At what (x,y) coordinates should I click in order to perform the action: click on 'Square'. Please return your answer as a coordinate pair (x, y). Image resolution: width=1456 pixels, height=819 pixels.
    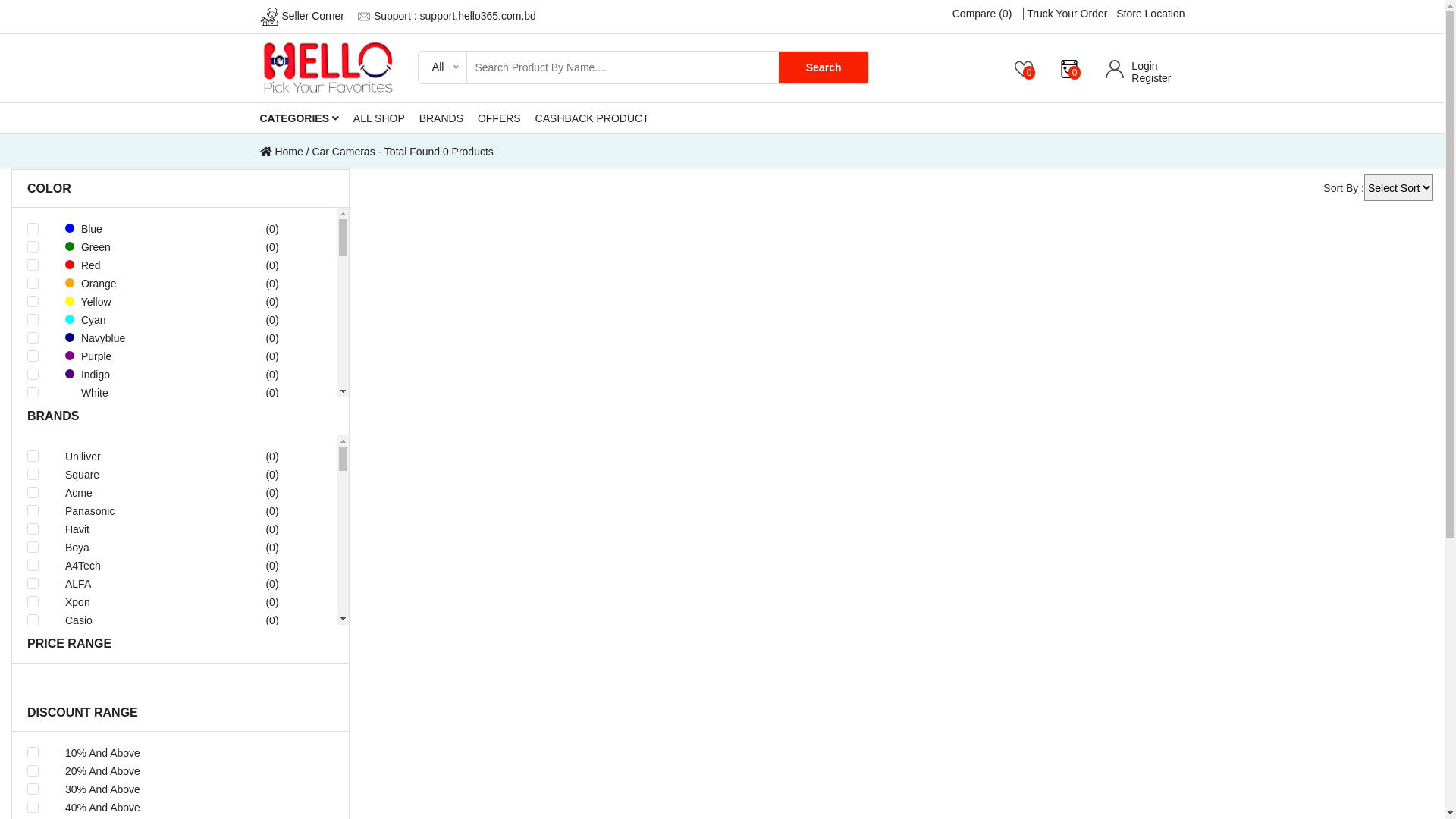
    Looking at the image, I should click on (142, 473).